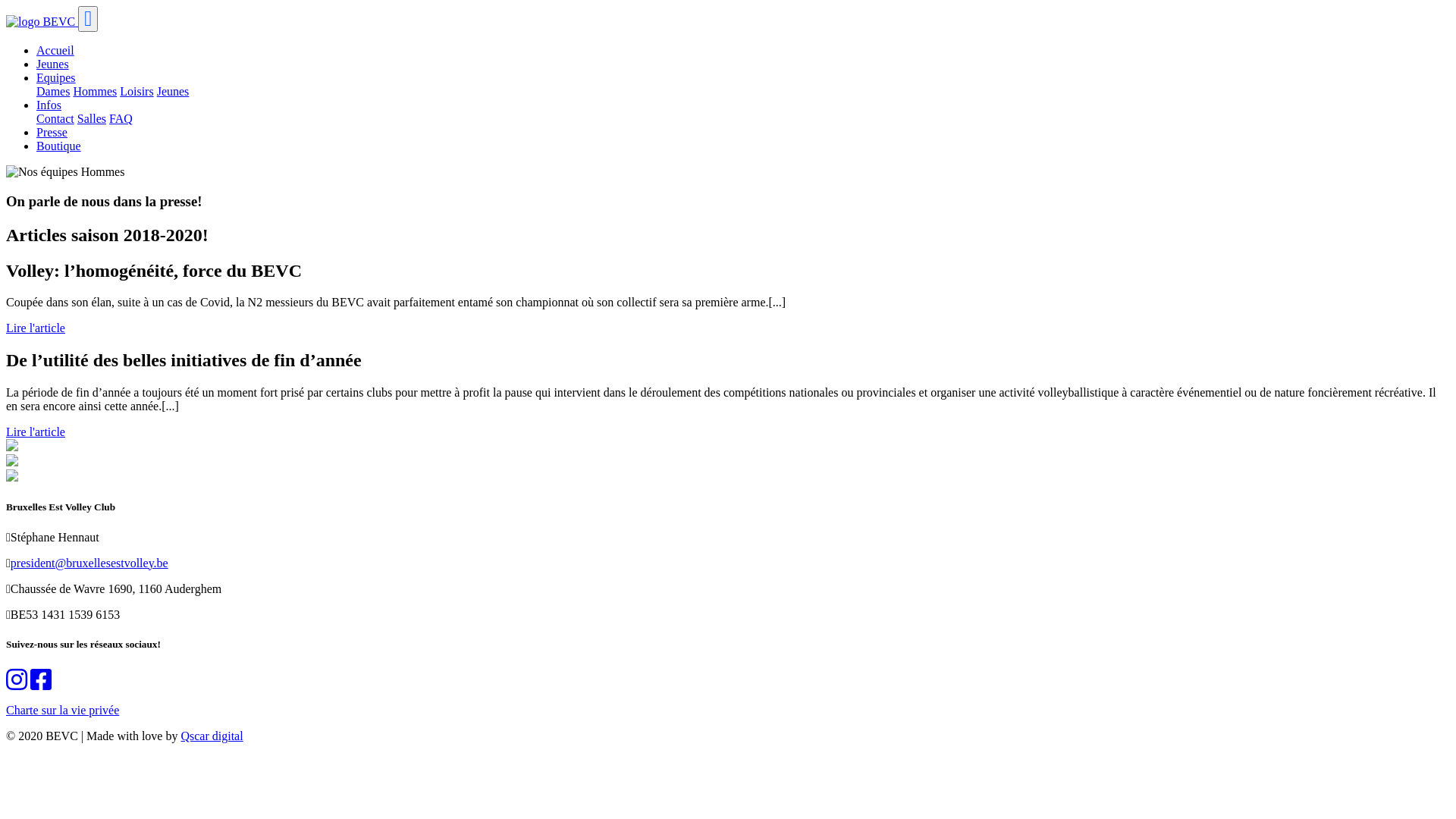  What do you see at coordinates (55, 77) in the screenshot?
I see `'Equipes'` at bounding box center [55, 77].